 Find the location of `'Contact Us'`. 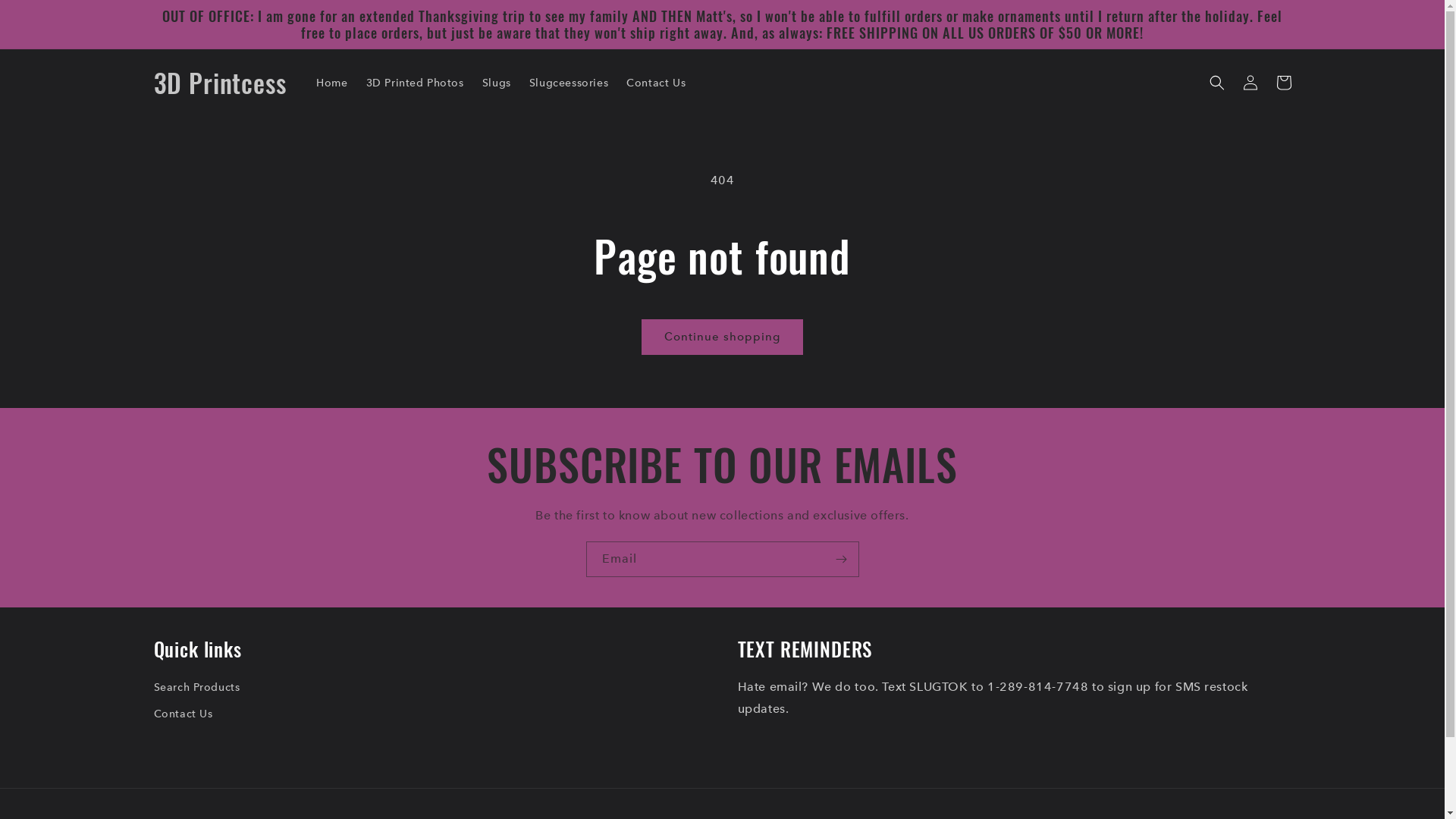

'Contact Us' is located at coordinates (655, 82).